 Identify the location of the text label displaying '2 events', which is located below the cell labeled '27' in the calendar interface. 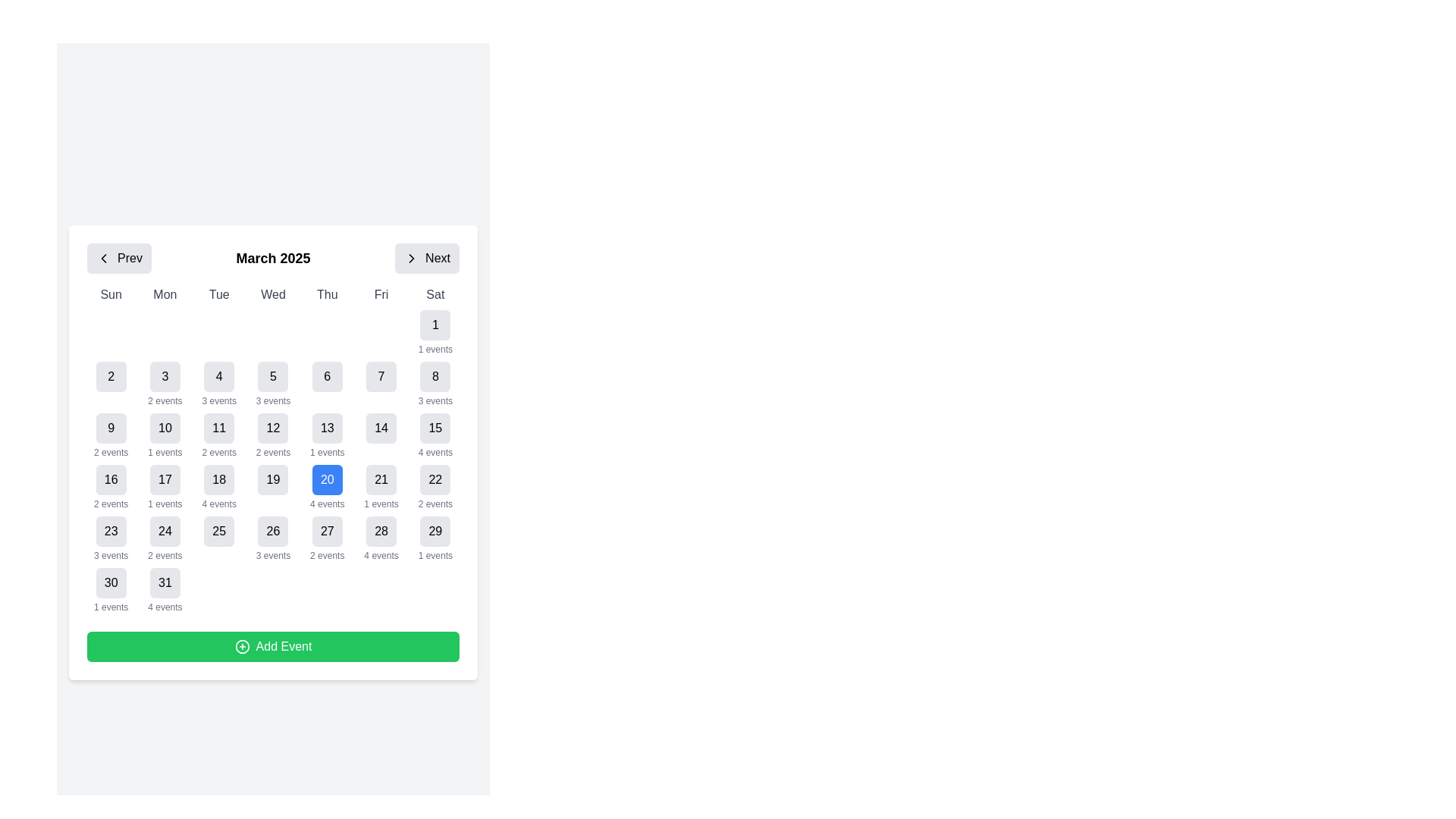
(326, 555).